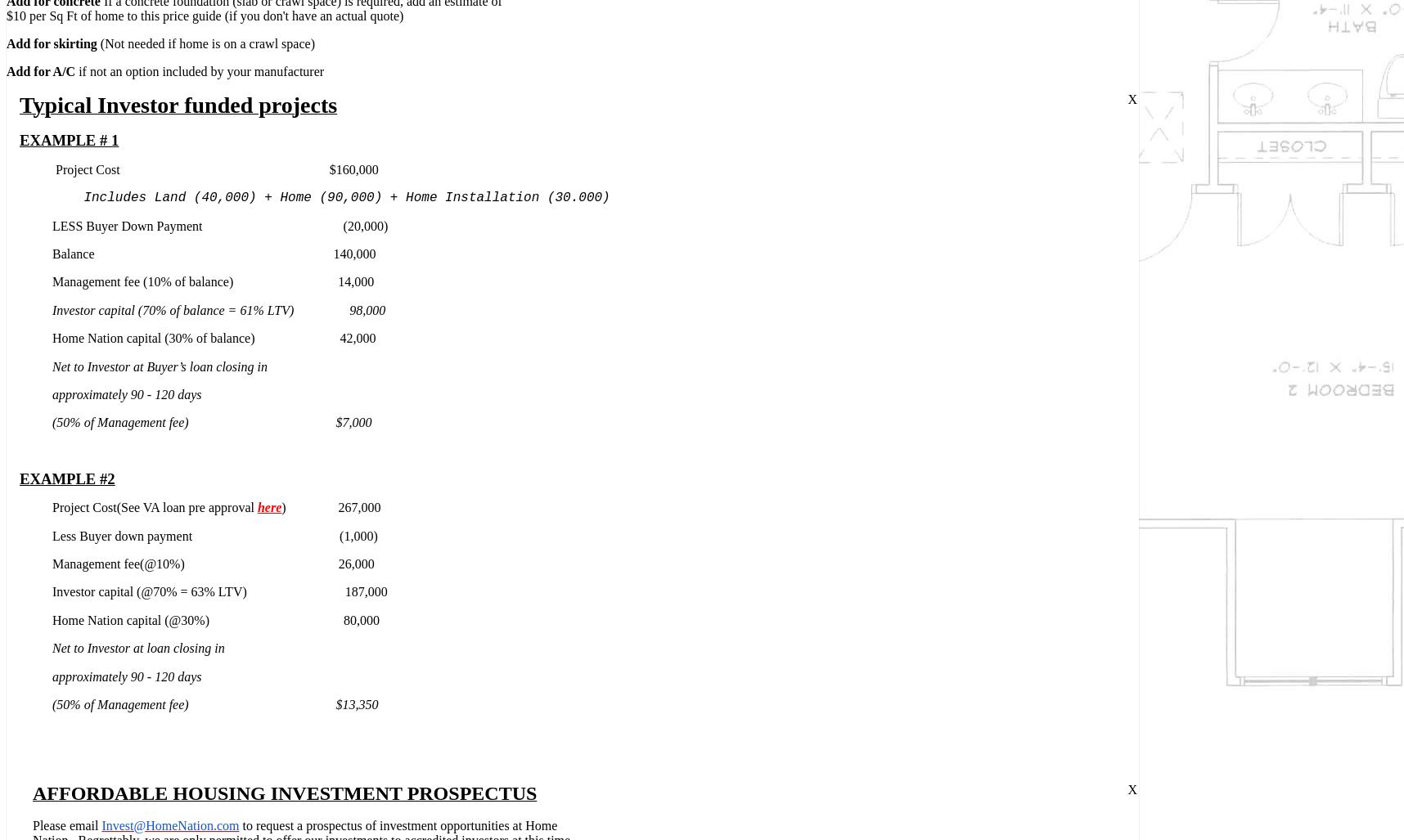 The width and height of the screenshot is (1404, 840). Describe the element at coordinates (205, 43) in the screenshot. I see `'(Not needed if home is on a crawl space)'` at that location.